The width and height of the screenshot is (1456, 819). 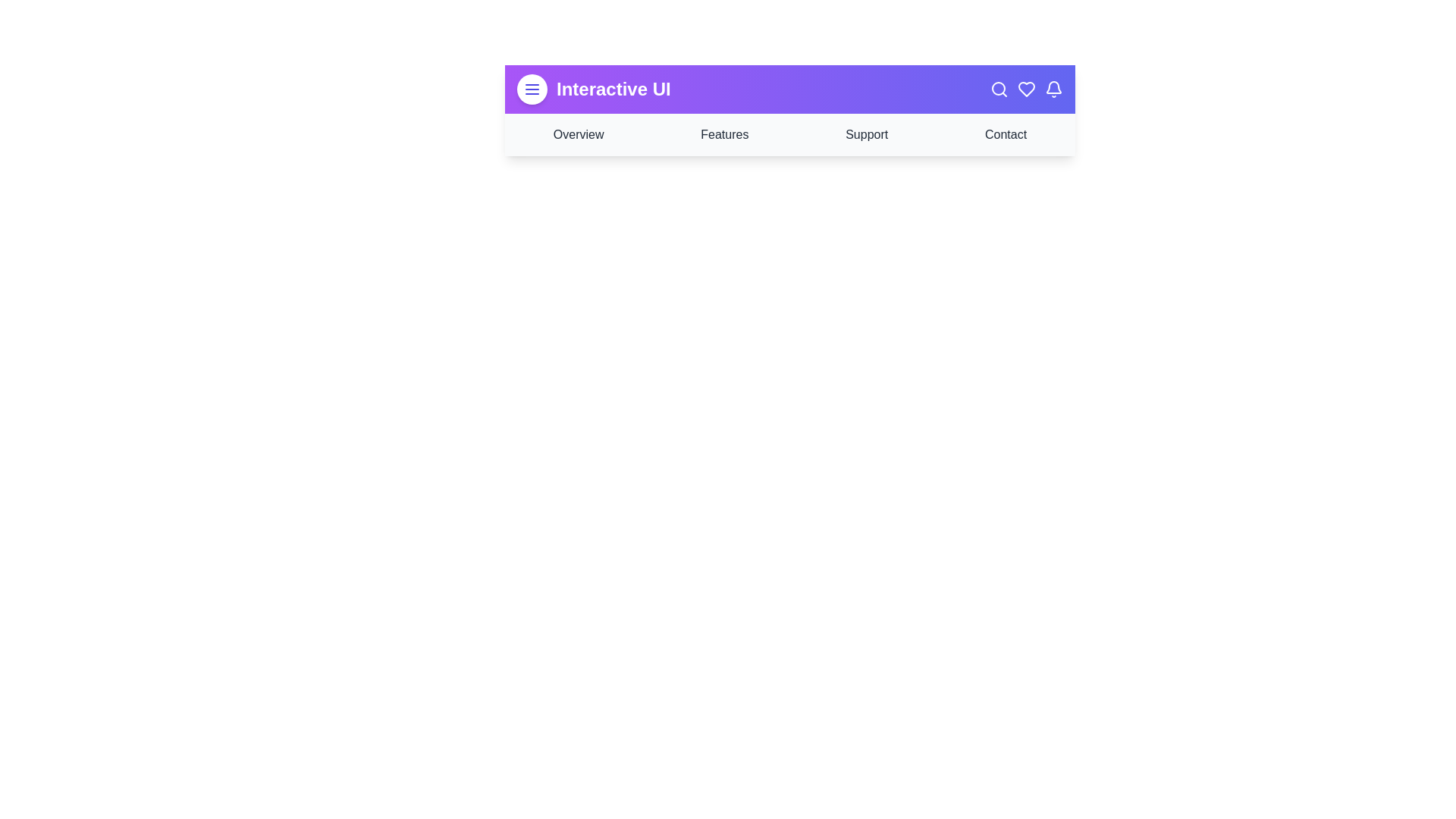 What do you see at coordinates (1006, 133) in the screenshot?
I see `the navigation bar item labeled 'Contact'` at bounding box center [1006, 133].